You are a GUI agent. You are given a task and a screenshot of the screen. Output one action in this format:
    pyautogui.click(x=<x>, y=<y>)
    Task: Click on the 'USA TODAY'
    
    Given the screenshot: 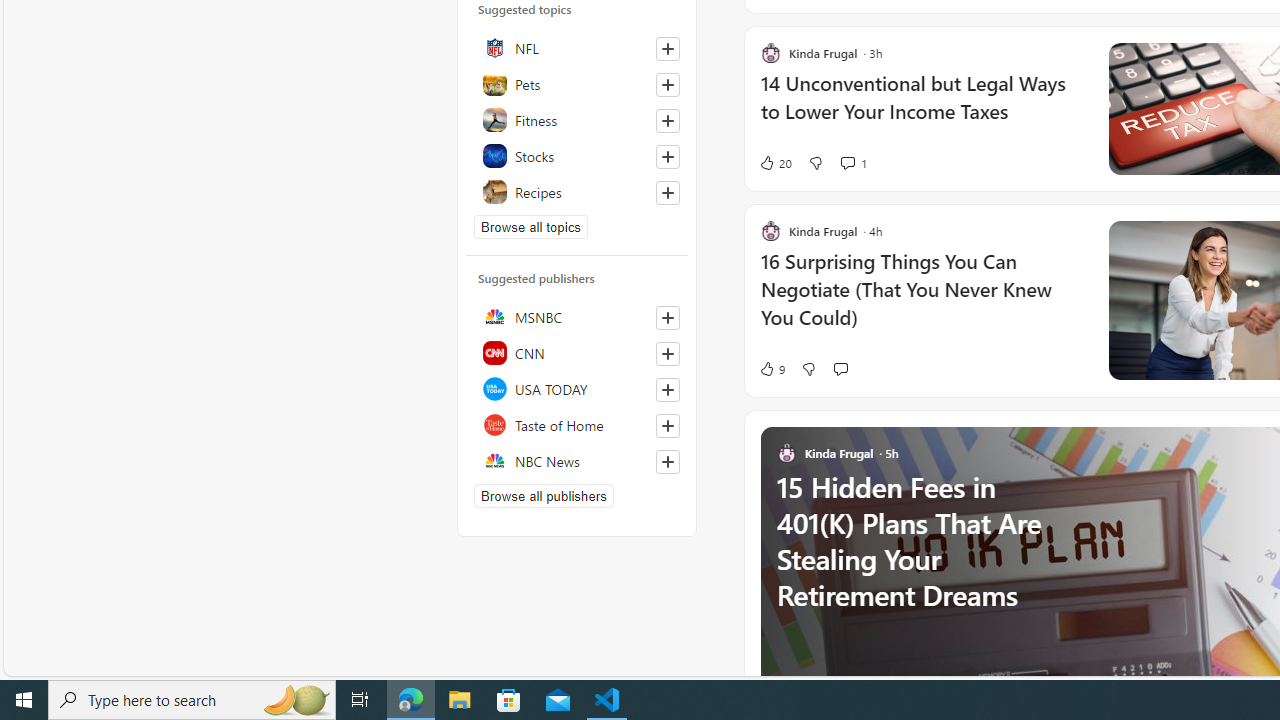 What is the action you would take?
    pyautogui.click(x=576, y=389)
    